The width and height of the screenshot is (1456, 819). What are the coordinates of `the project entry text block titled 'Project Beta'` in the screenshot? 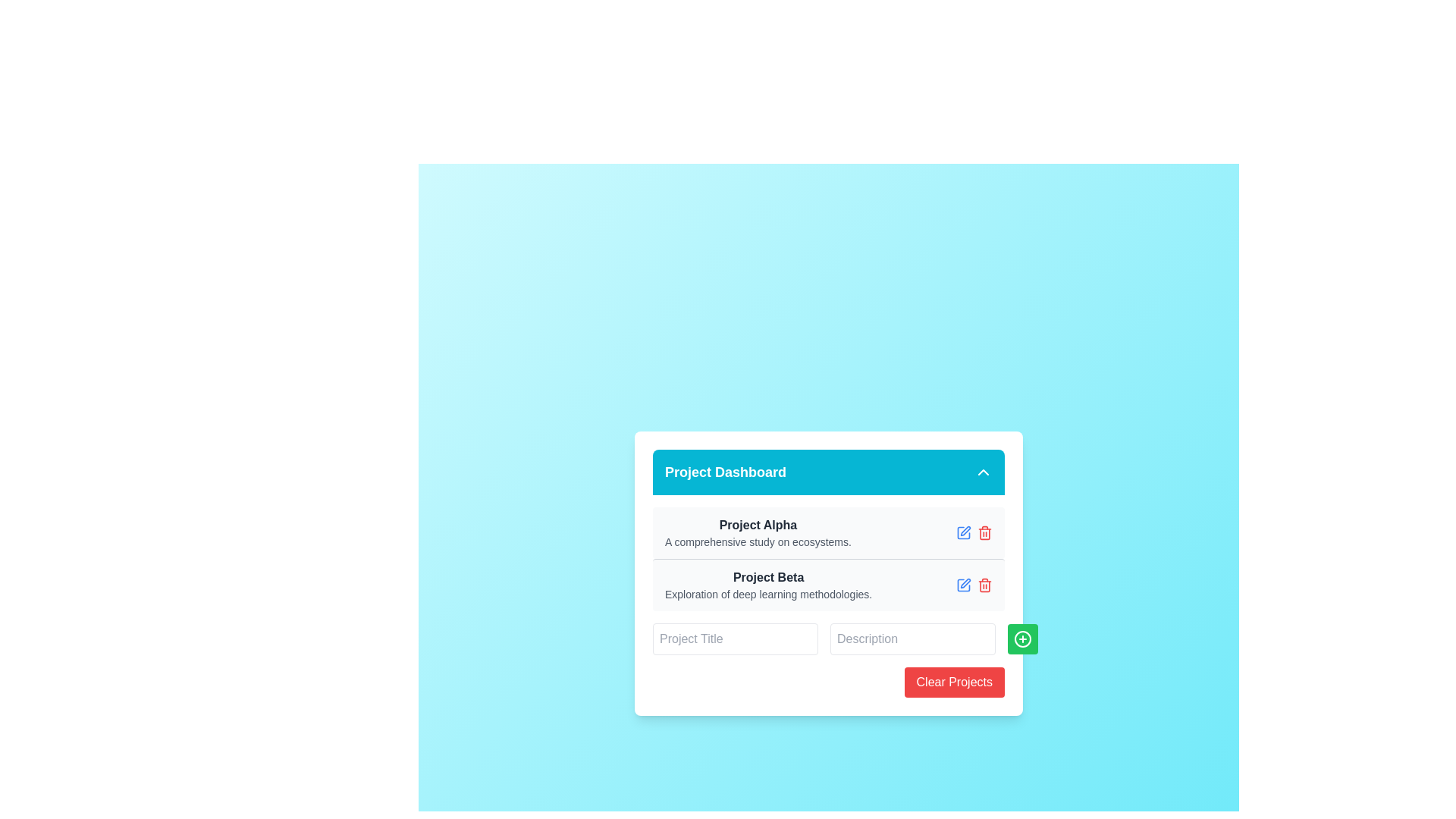 It's located at (768, 584).